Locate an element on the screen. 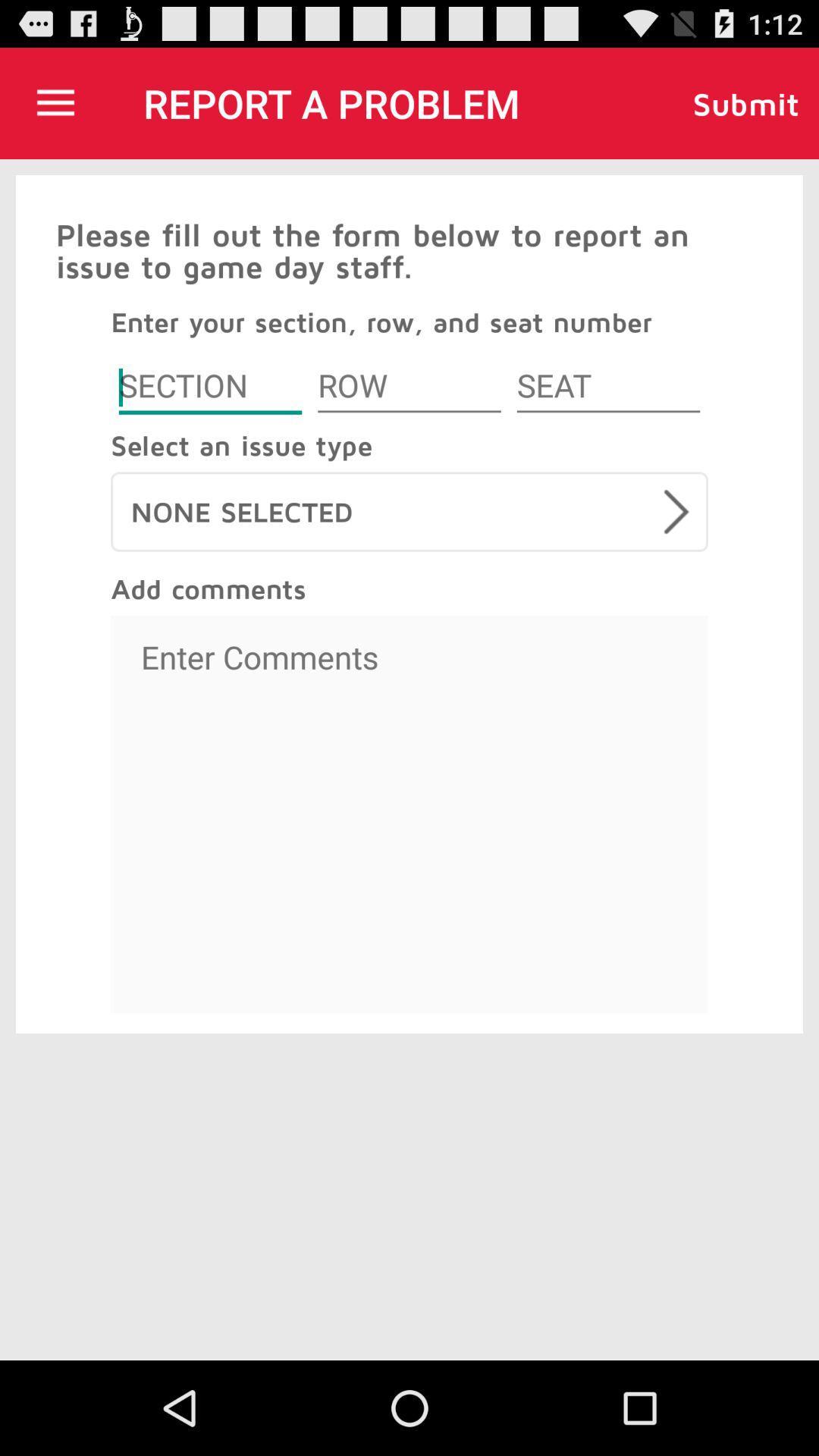 Image resolution: width=819 pixels, height=1456 pixels. seat choosing is located at coordinates (607, 388).